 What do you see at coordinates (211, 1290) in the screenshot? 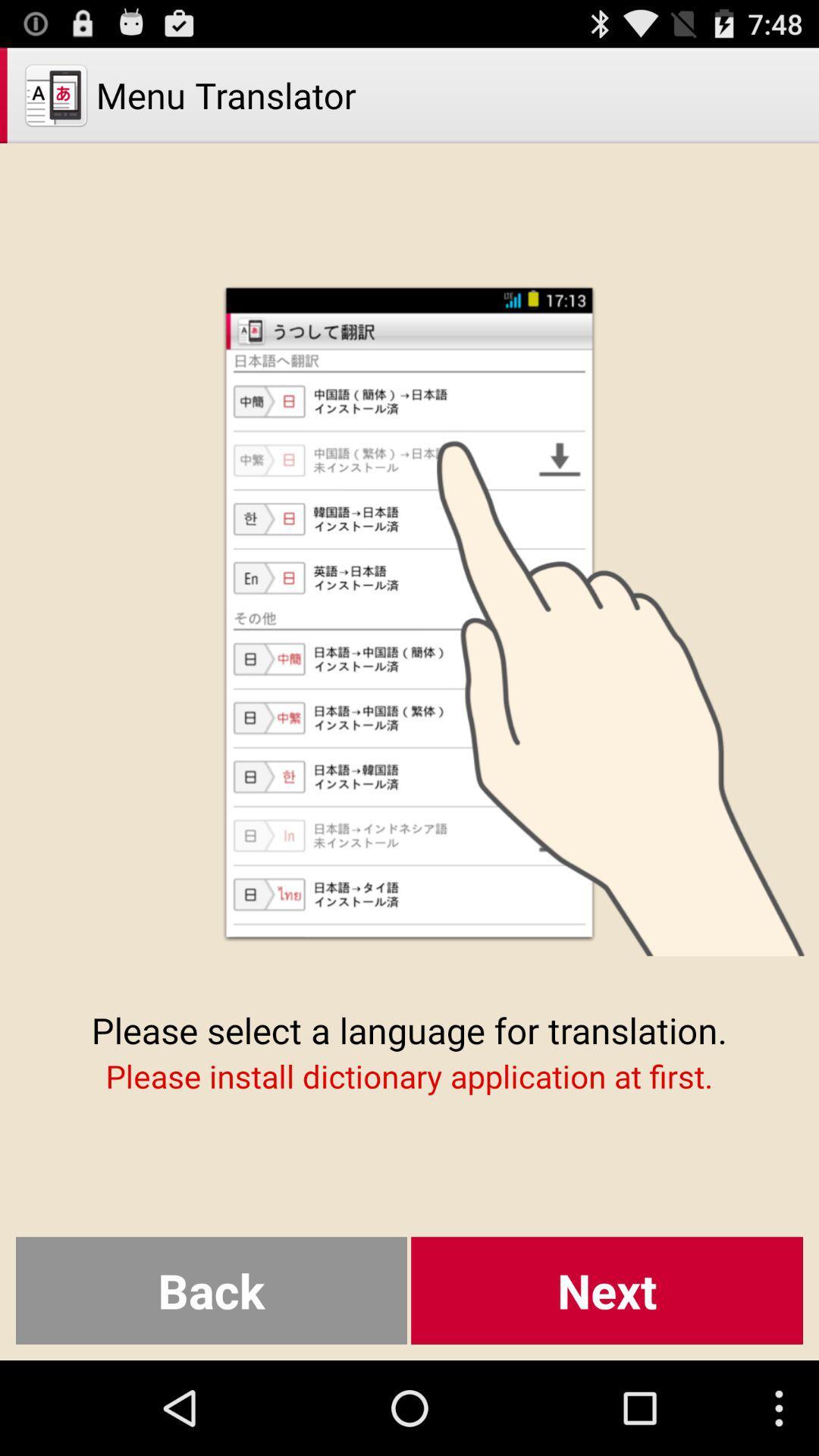
I see `back item` at bounding box center [211, 1290].